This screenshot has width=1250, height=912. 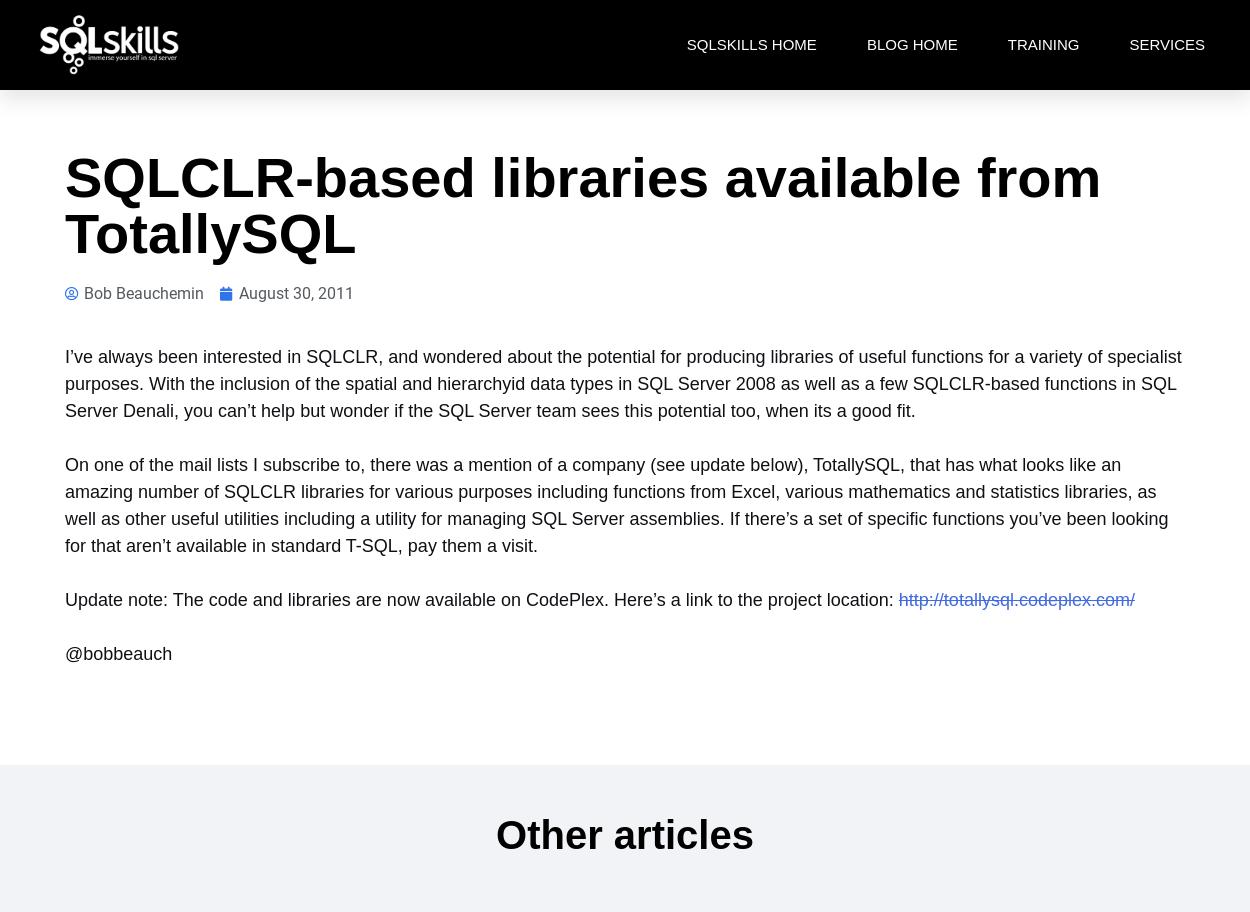 What do you see at coordinates (615, 504) in the screenshot?
I see `'On one of the mail lists I subscribe to, there was a mention of a company (see update below), TotallySQL, that has what looks like an amazing number of SQLCLR libraries for various purposes including functions from Excel, various mathematics and statistics libraries, as well as other useful utilities including a utility for managing SQL Server assemblies. If there’s a set of specific functions you’ve been looking for that aren’t available in standard T-SQL, pay them a visit.'` at bounding box center [615, 504].